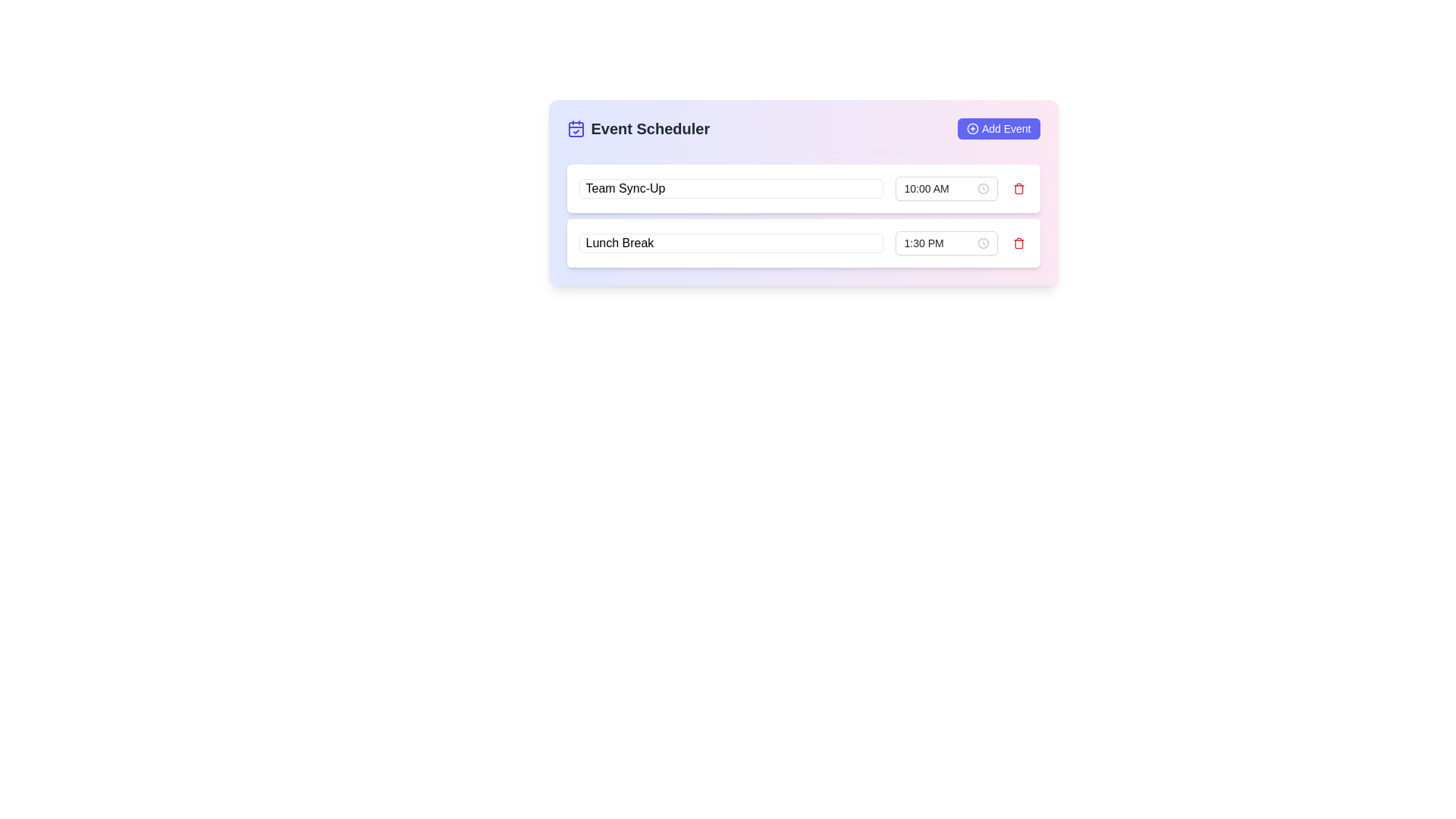 This screenshot has height=819, width=1456. Describe the element at coordinates (983, 242) in the screenshot. I see `the Clock icon, which is the suffix indicator for the time picker input located to the right of the time display input field labeled '1:30 PM'` at that location.